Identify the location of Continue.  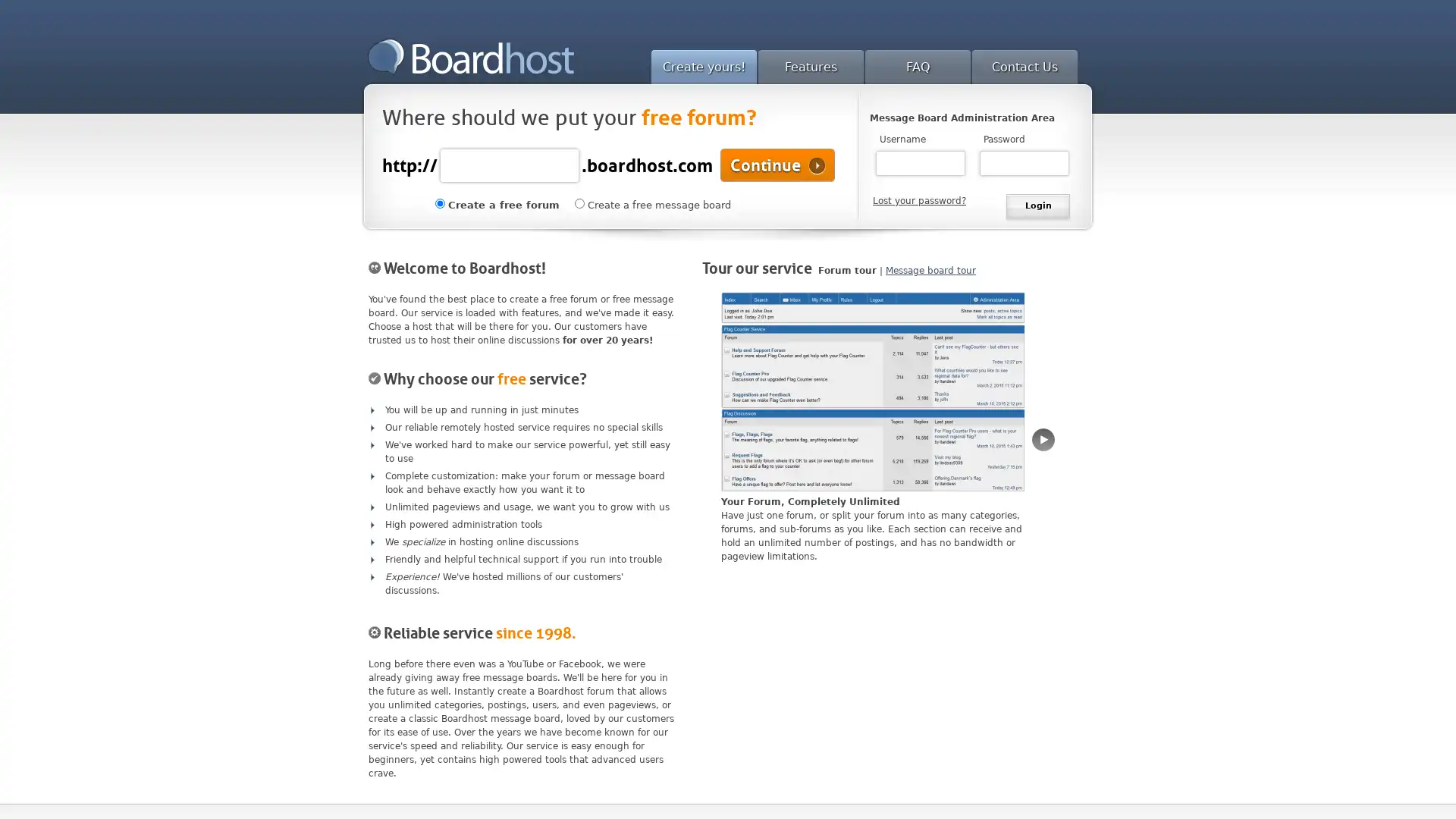
(777, 165).